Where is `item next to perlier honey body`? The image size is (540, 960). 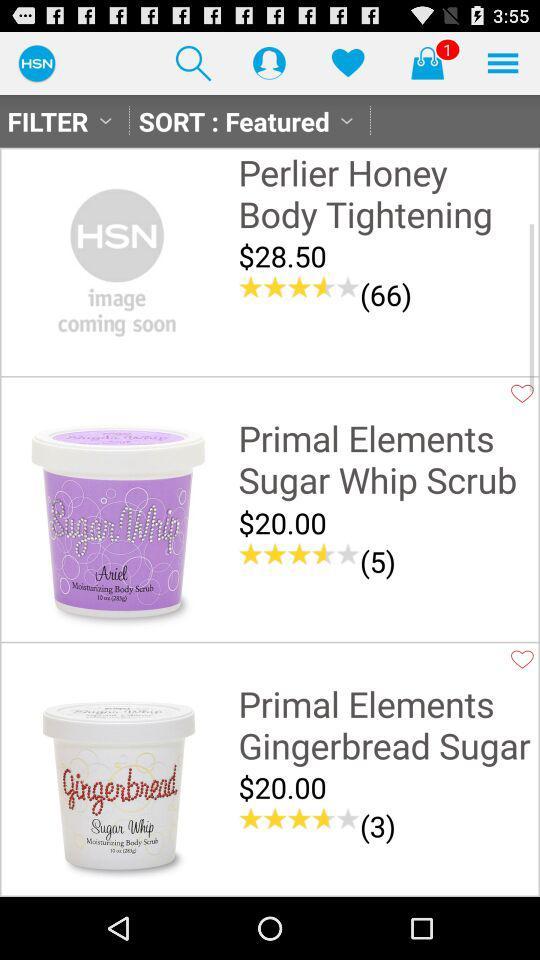
item next to perlier honey body is located at coordinates (117, 258).